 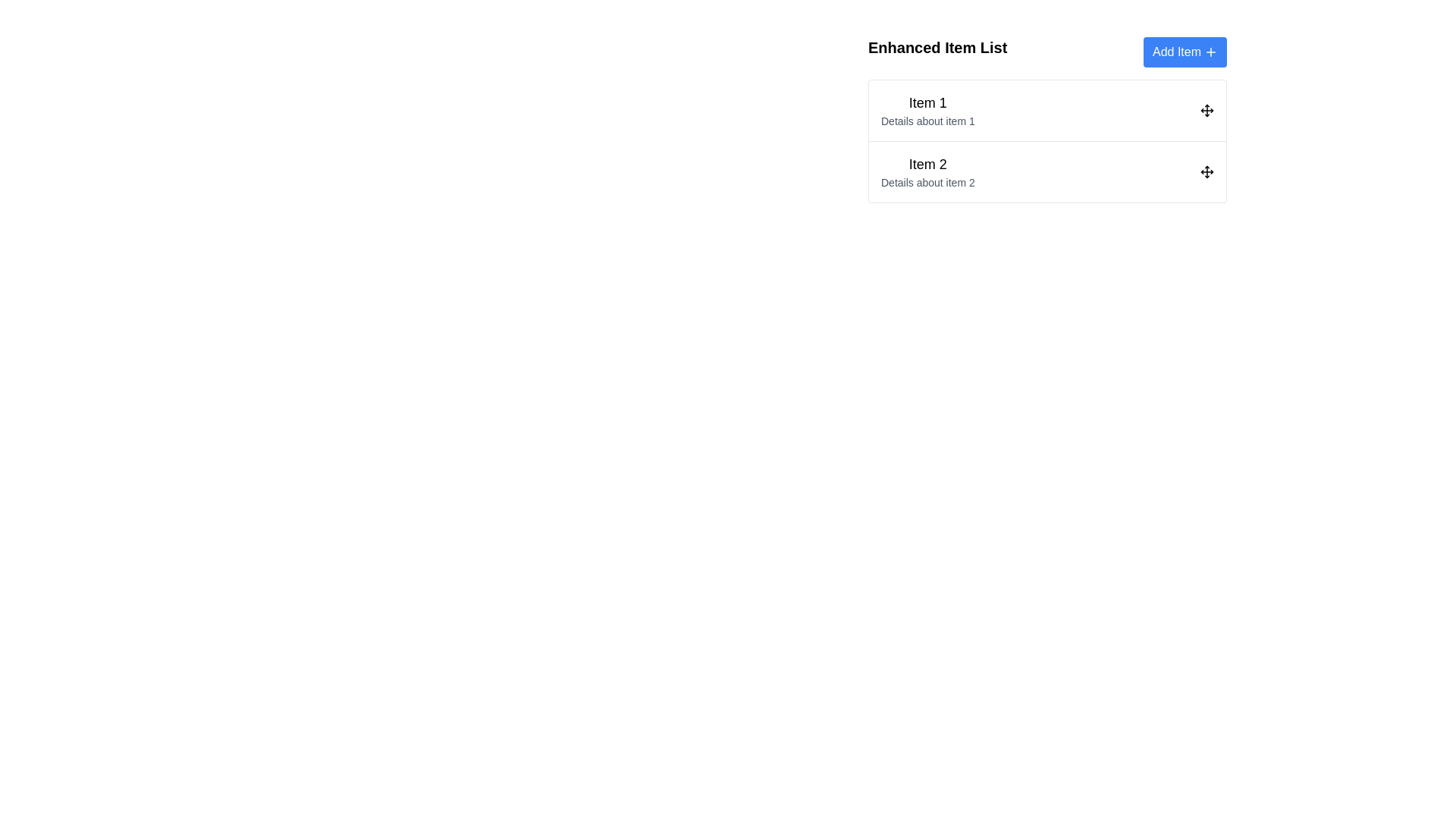 I want to click on the addition icon located on the right-hand side of the 'Add Item' button, so click(x=1210, y=52).